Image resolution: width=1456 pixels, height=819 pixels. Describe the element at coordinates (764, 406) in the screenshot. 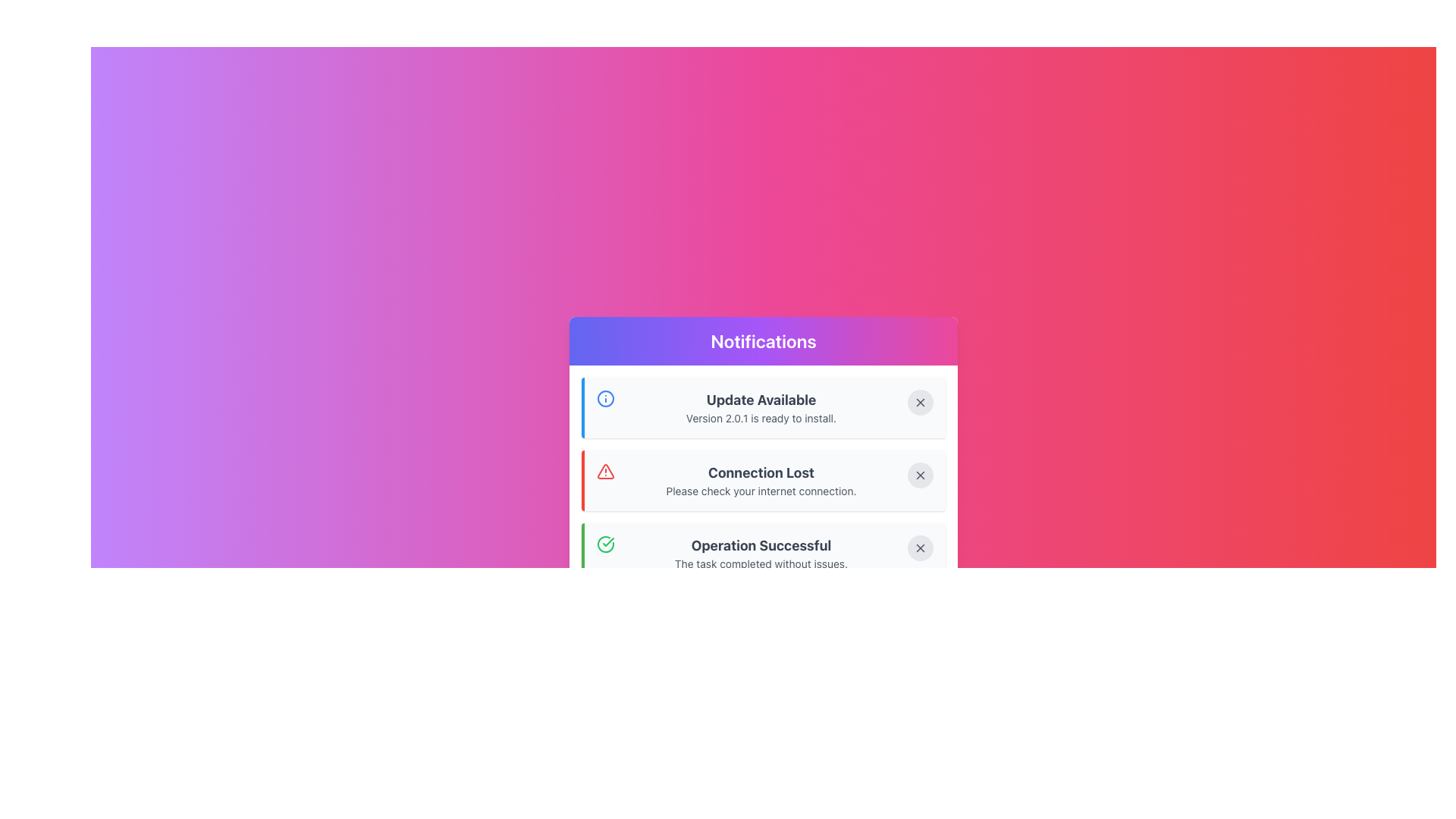

I see `the notification box displaying 'Update Available' with a light gray background and blue border, located centrally on the display` at that location.